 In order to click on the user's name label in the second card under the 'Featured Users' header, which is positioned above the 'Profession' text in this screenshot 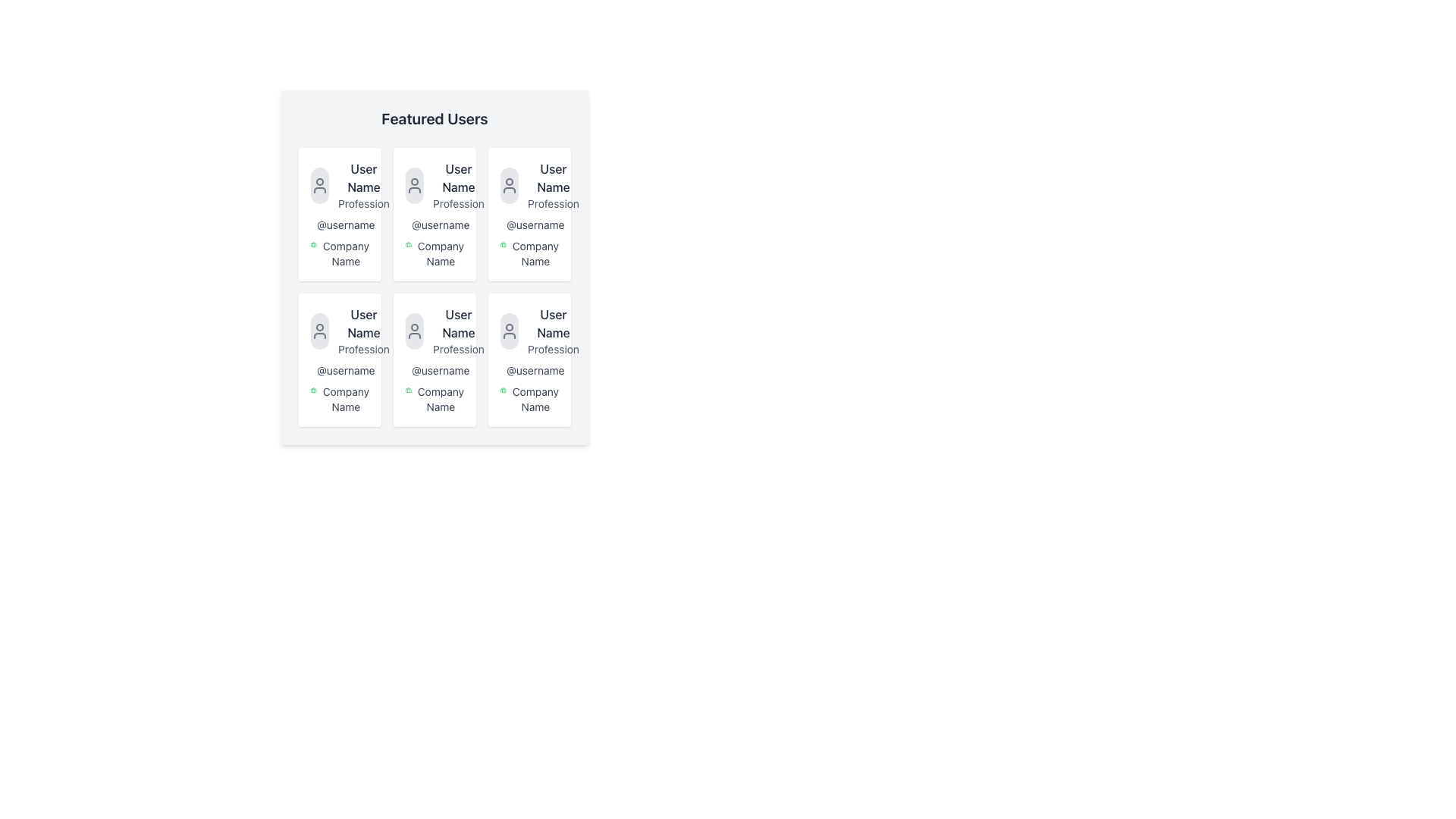, I will do `click(457, 177)`.